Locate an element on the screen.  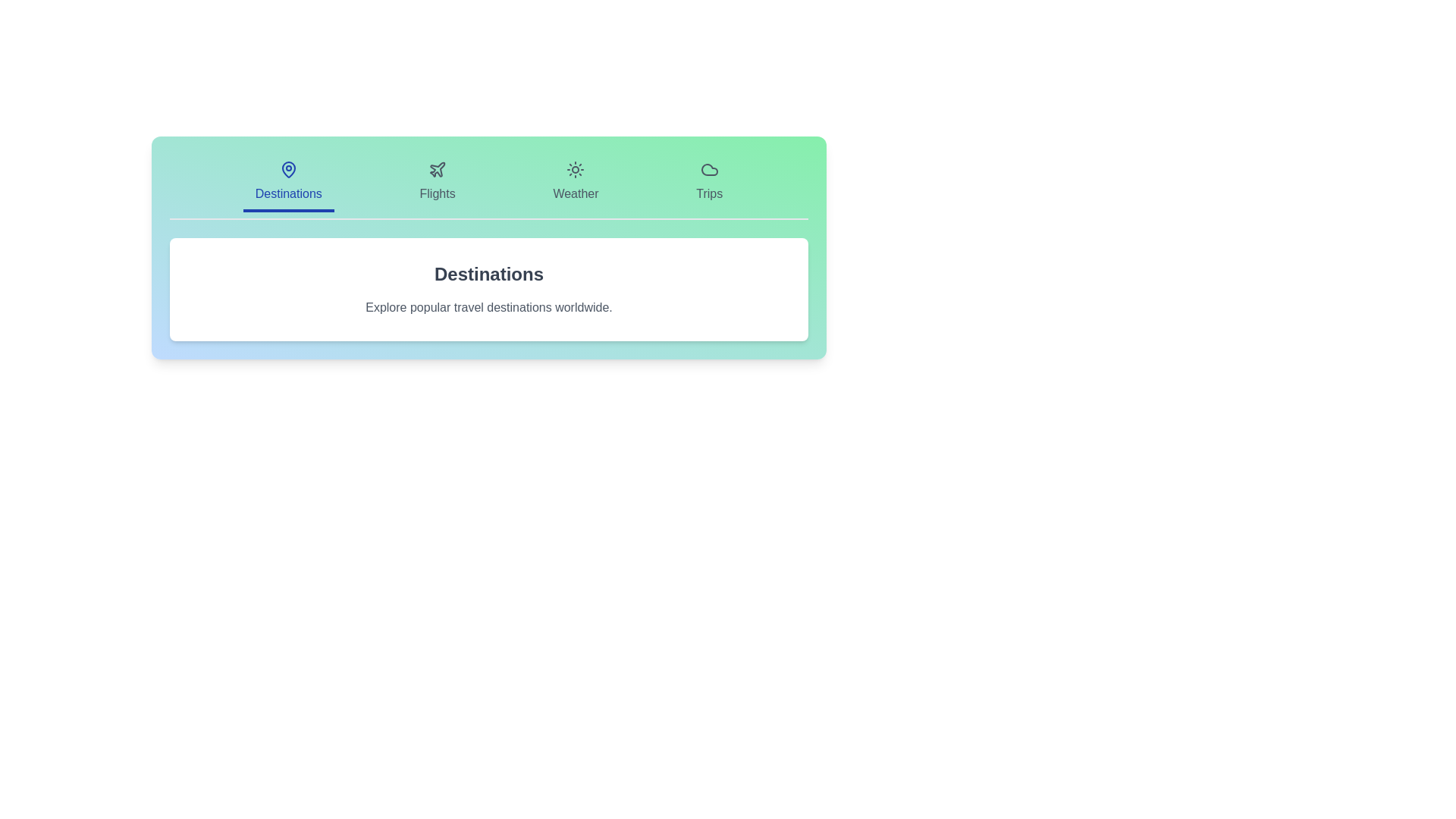
the tab labeled Trips is located at coordinates (708, 183).